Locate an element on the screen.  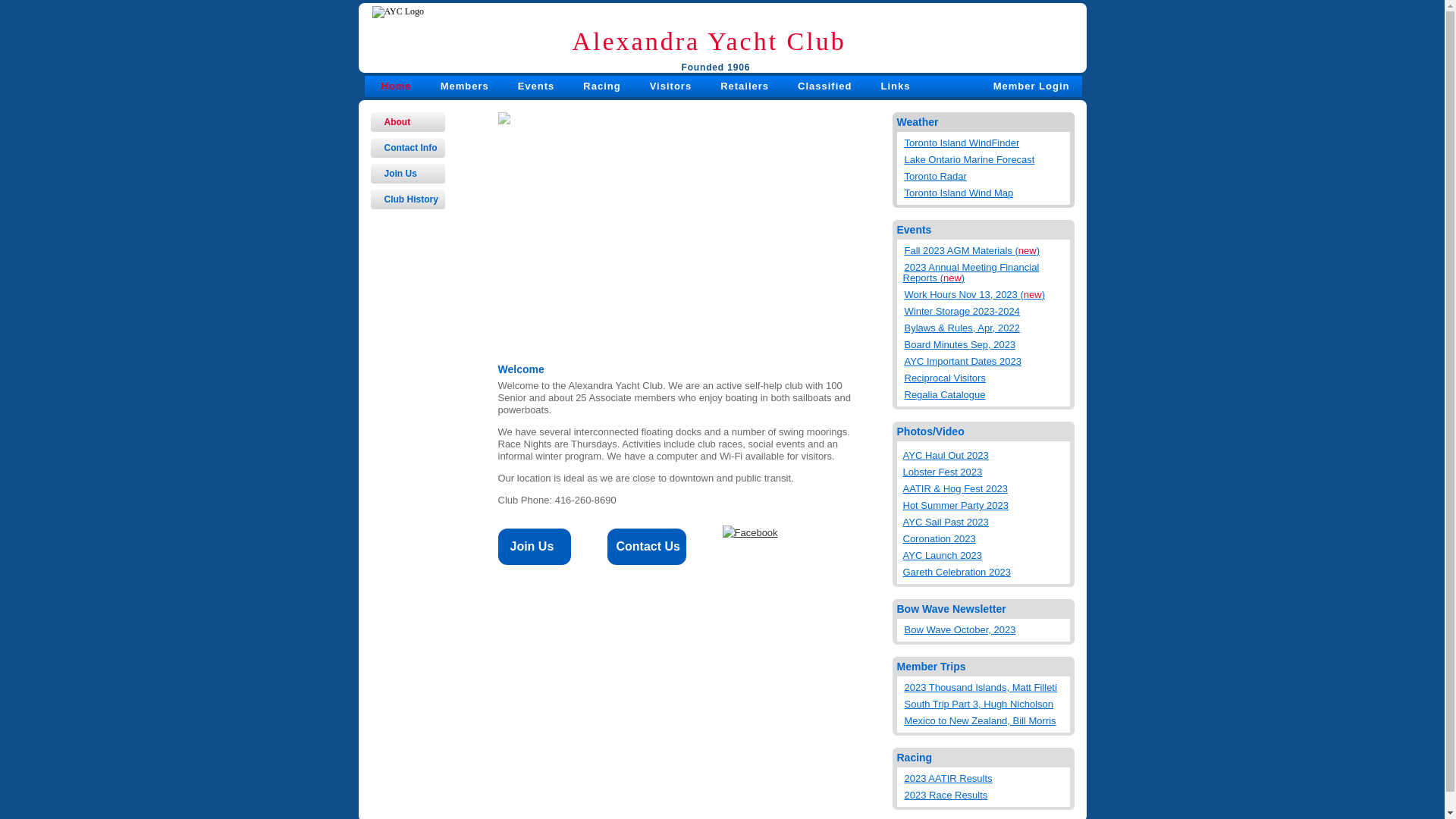
'2023 Annual Meeting Financial Reports (new)' is located at coordinates (986, 268).